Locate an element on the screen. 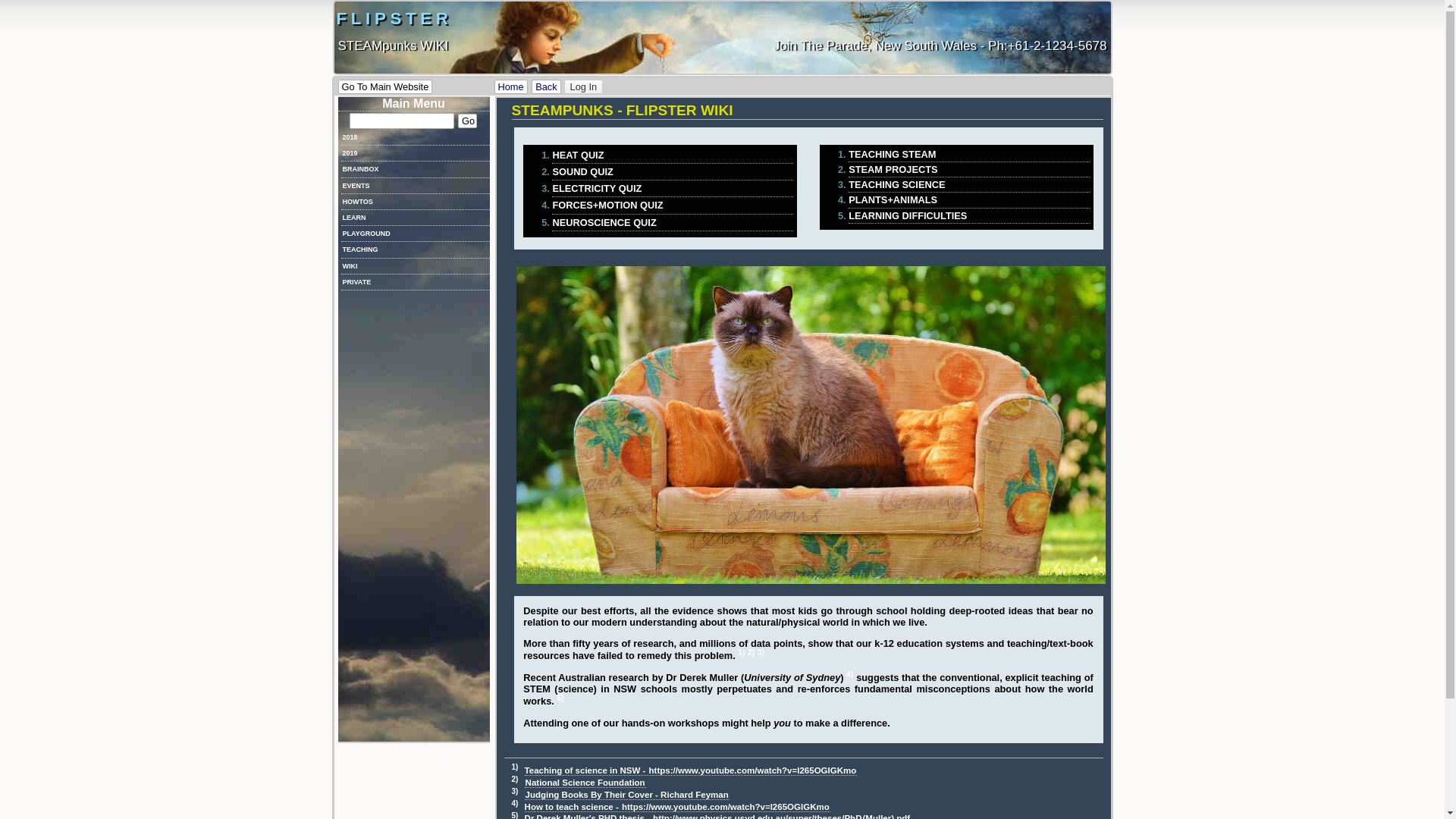  'HOWTOS' is located at coordinates (415, 201).